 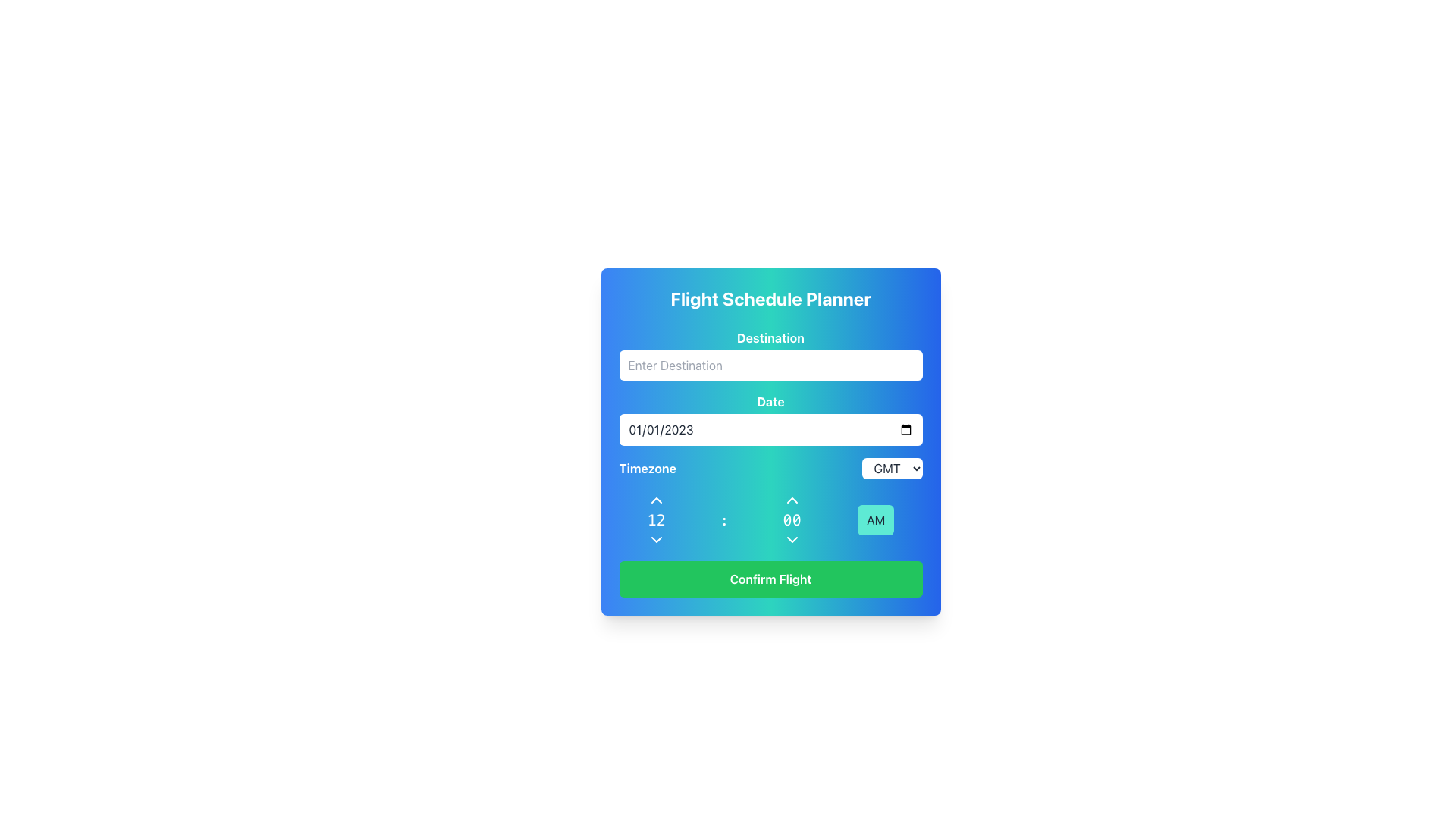 What do you see at coordinates (770, 519) in the screenshot?
I see `the Time Picker element, which displays the current time with hours, minutes, and an AM/PM toggle, located below the 'Timezone' dropdown and above the 'Confirm Flight' button` at bounding box center [770, 519].